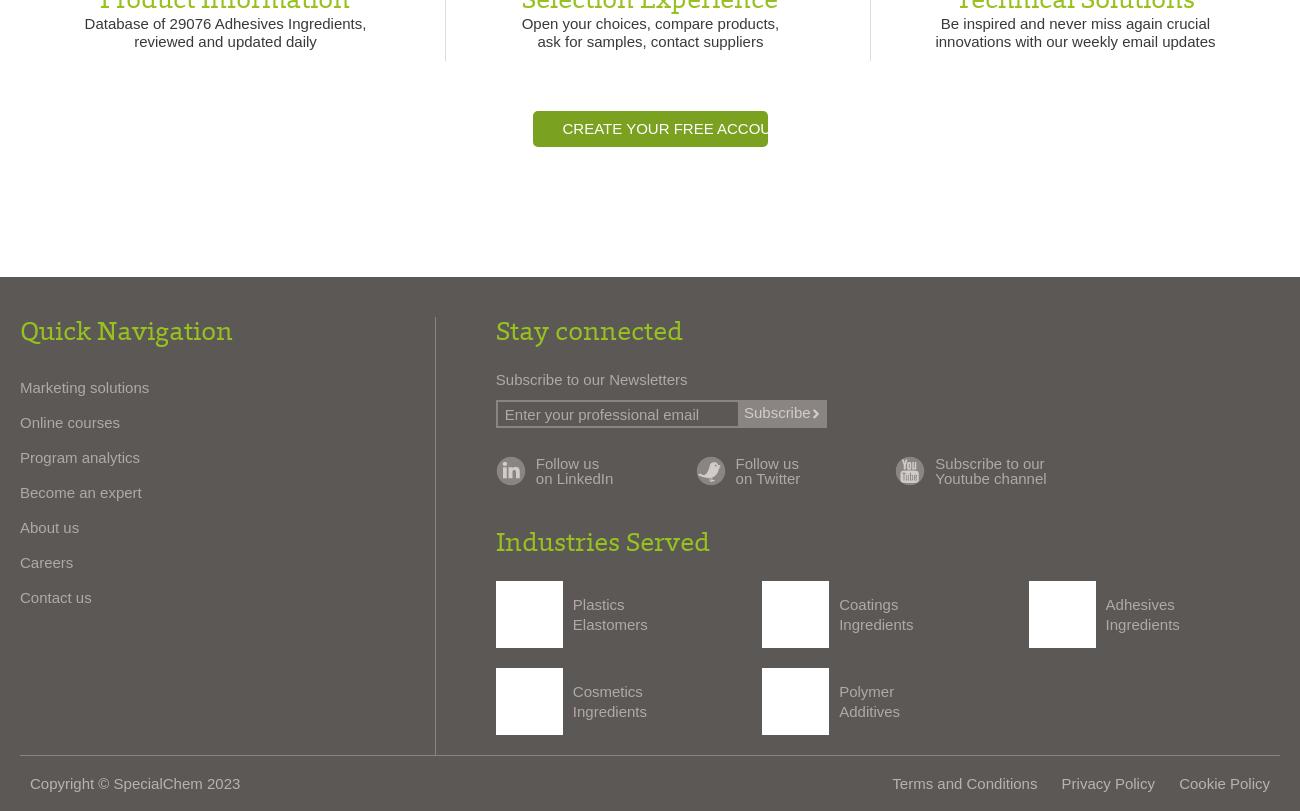 The height and width of the screenshot is (811, 1300). I want to click on 'Cosmetics', so click(606, 690).